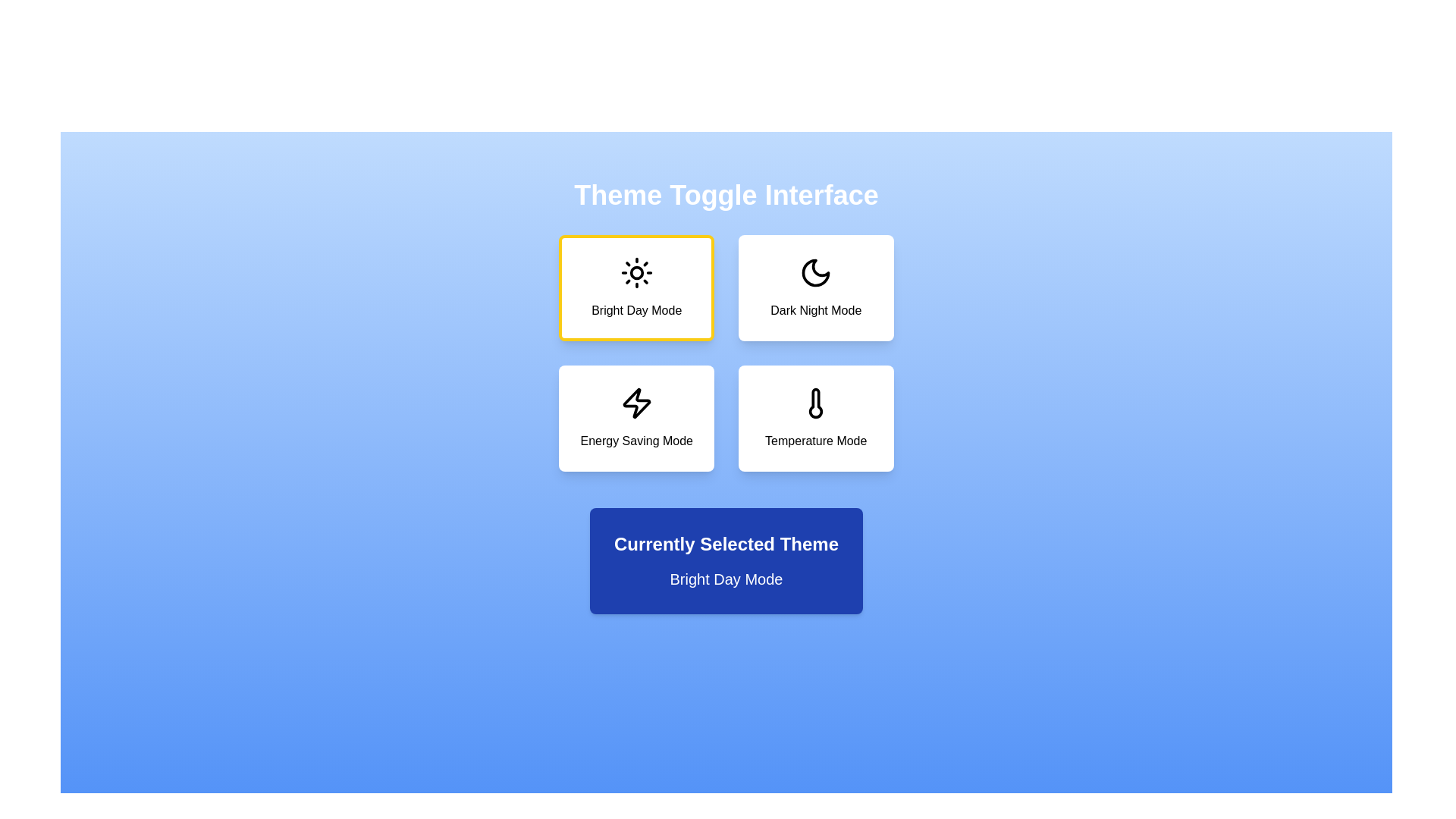  Describe the element at coordinates (815, 288) in the screenshot. I see `the theme Dark Night Mode by clicking its button` at that location.